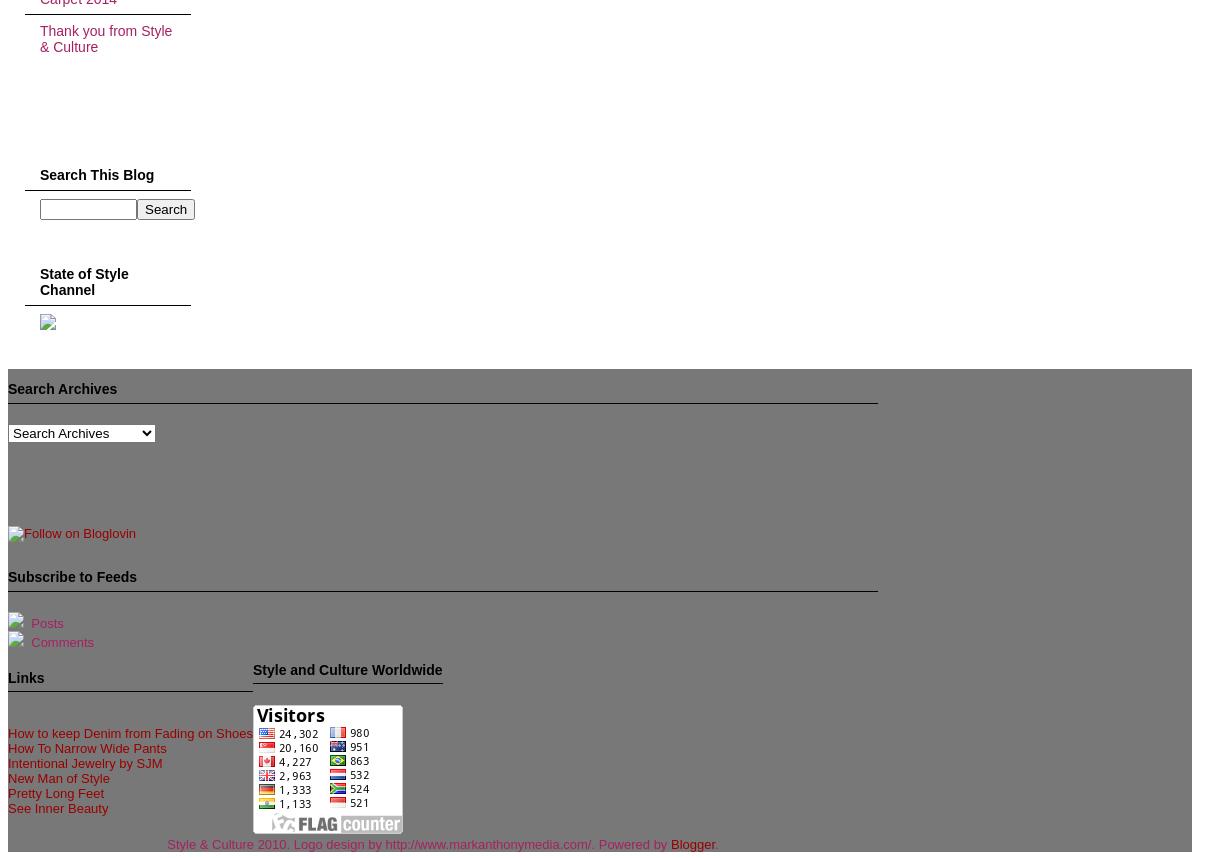 The image size is (1208, 858). I want to click on 'Subscribe to Feeds', so click(71, 576).